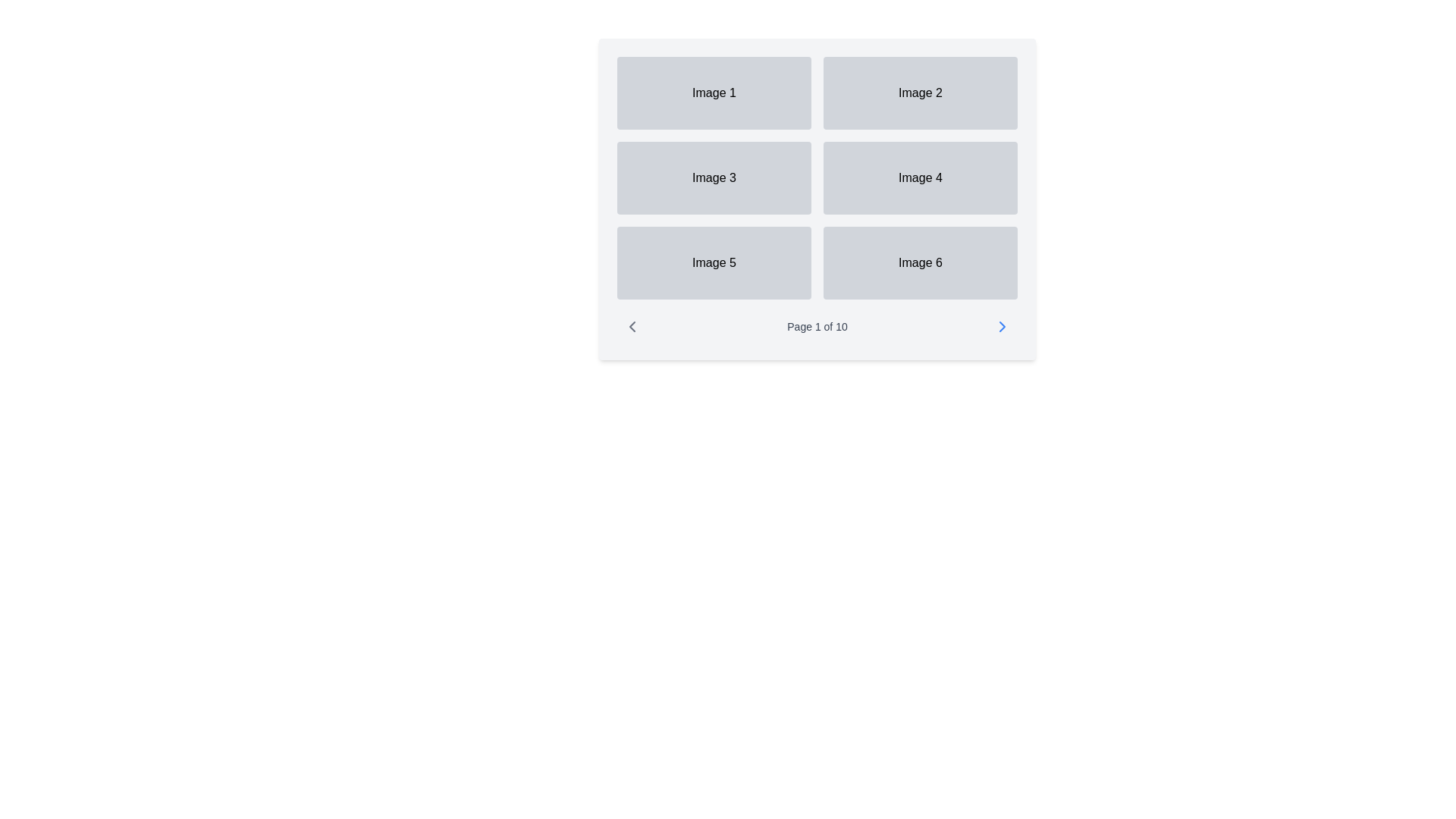 This screenshot has height=819, width=1456. I want to click on the text label indicating the current page number and total page count in the pagination section, located between two arrow icons, so click(817, 326).